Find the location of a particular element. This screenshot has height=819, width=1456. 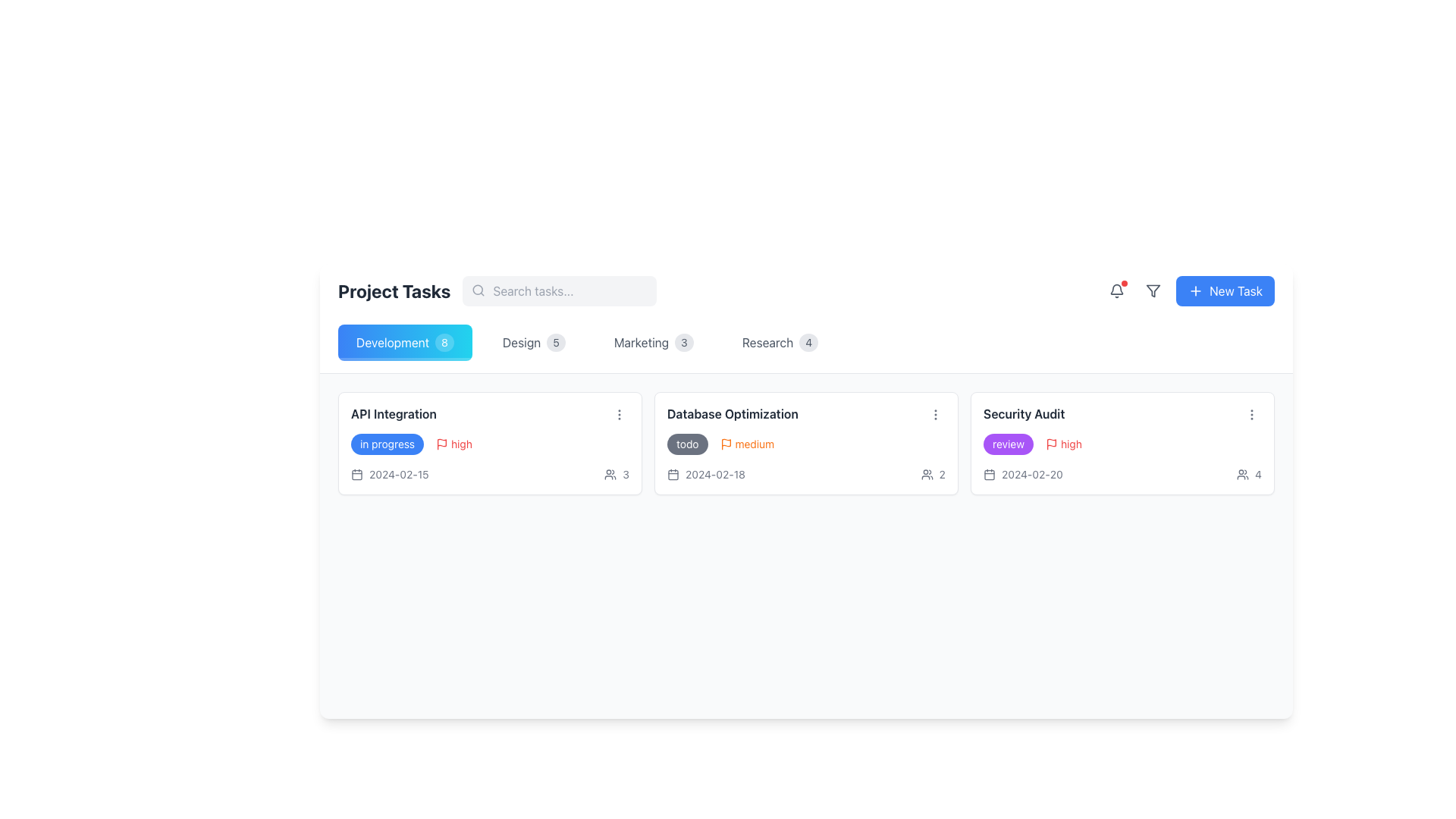

the magnifying glass icon located within the 'Project Tasks' search bar is located at coordinates (497, 291).